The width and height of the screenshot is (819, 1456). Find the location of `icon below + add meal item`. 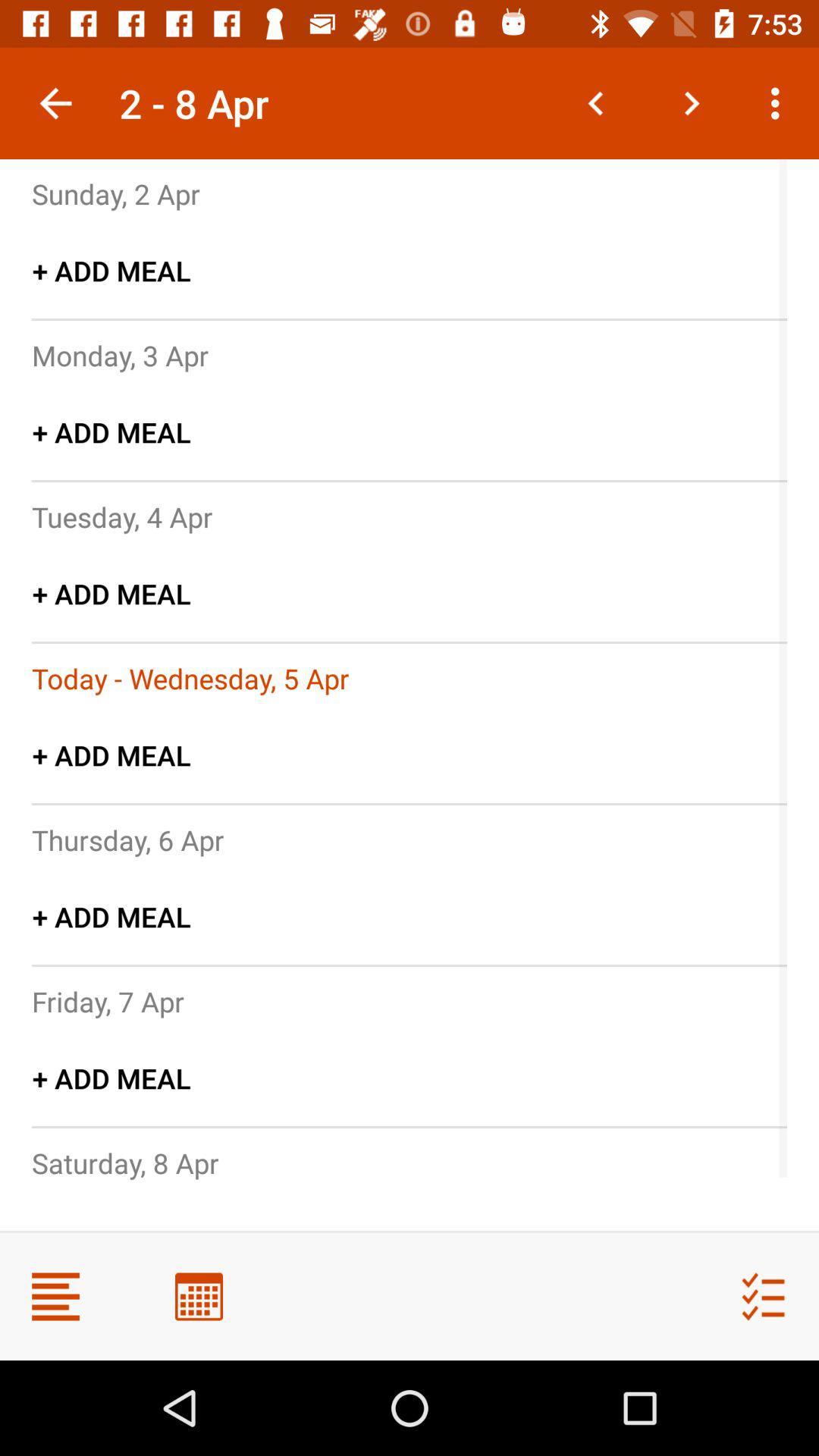

icon below + add meal item is located at coordinates (121, 516).